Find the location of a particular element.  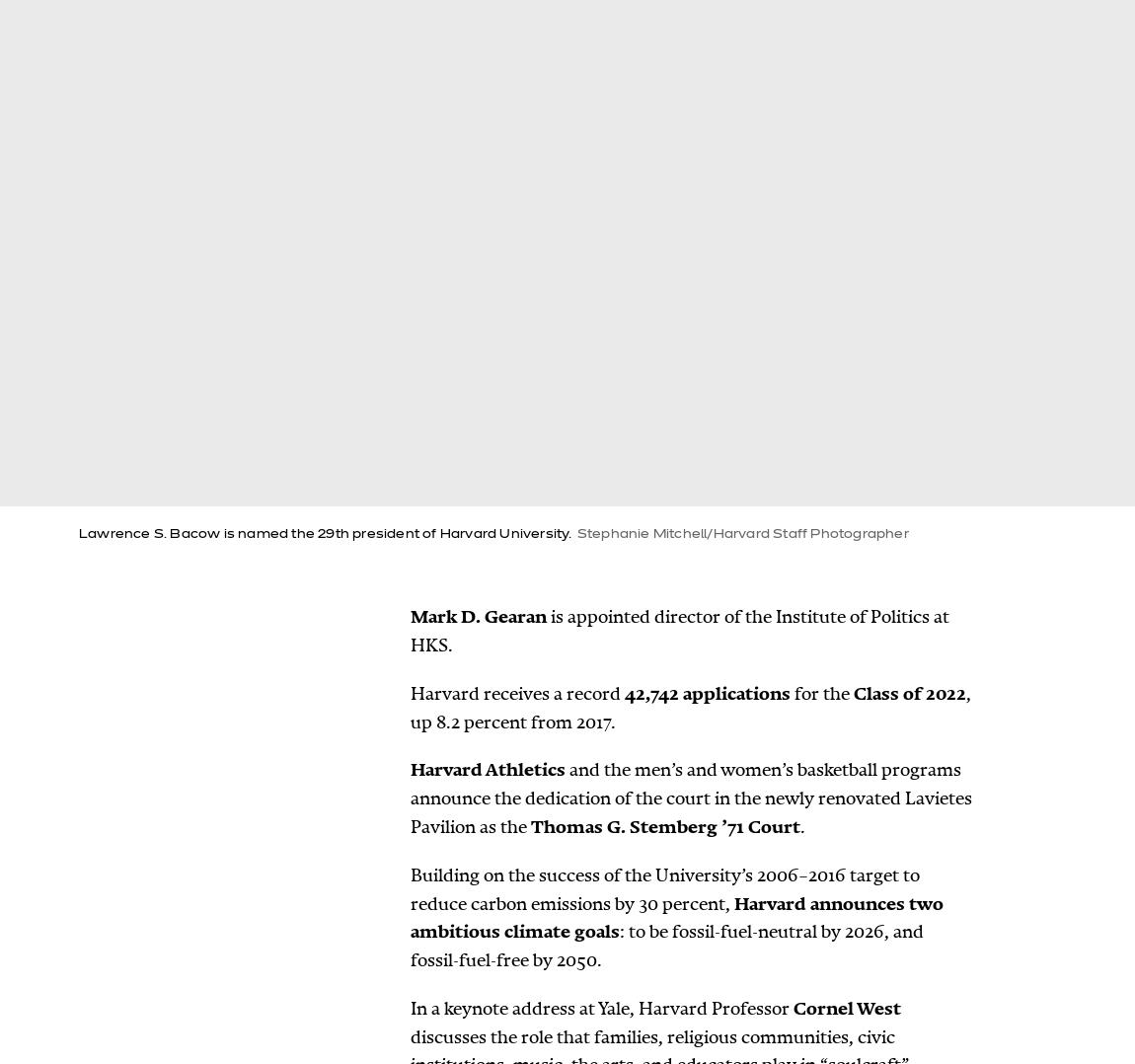

'42,742 applications' is located at coordinates (707, 691).